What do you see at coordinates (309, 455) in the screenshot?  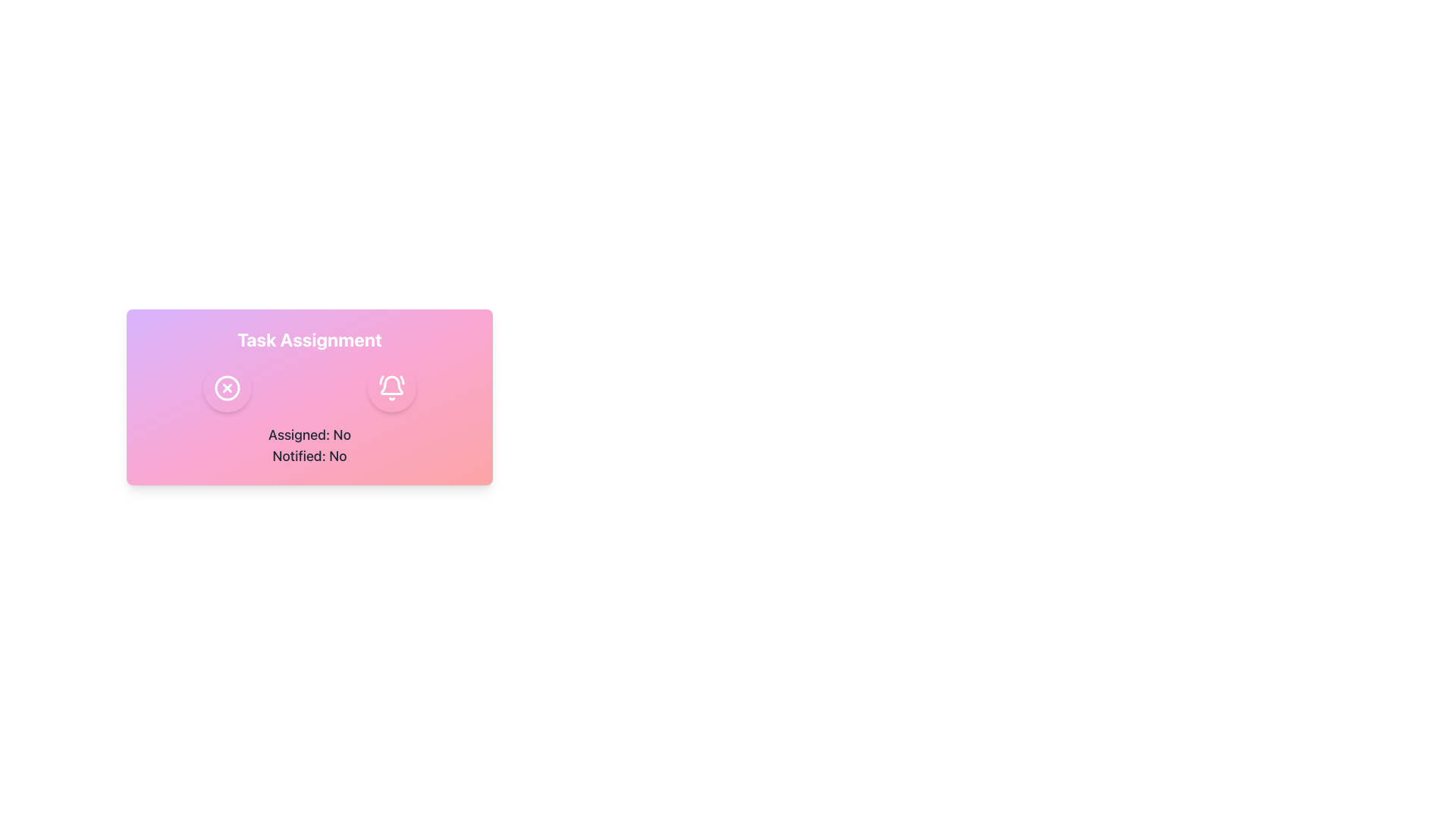 I see `the Text Label displaying 'Notified: No', which is styled with medium font-weight and gray color, located on a pink-gradient card below 'Assigned: No' within the 'Task Assignment' card` at bounding box center [309, 455].